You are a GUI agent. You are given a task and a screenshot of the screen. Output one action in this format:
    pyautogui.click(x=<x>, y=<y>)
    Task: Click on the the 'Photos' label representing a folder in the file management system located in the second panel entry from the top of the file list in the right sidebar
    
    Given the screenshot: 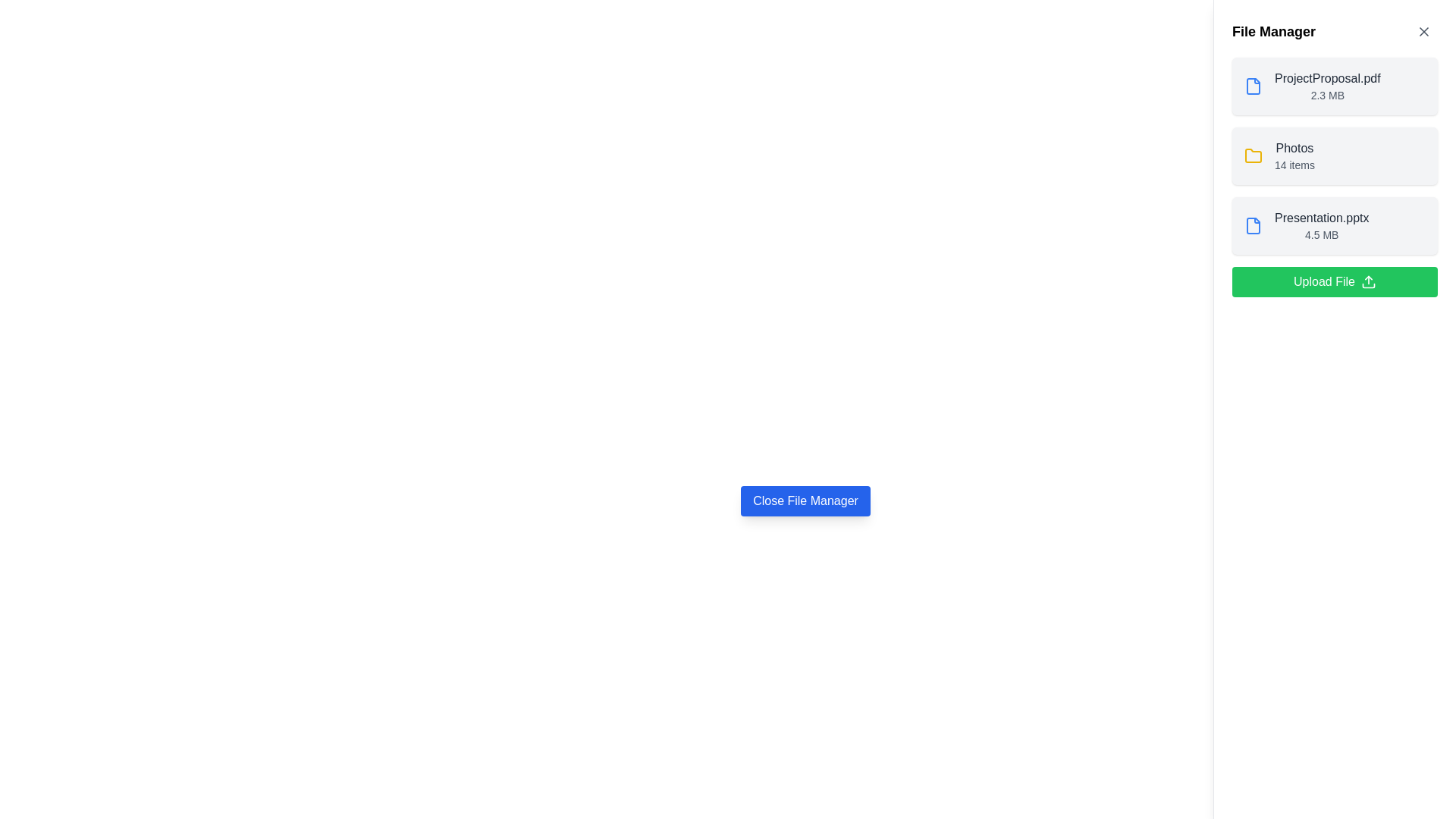 What is the action you would take?
    pyautogui.click(x=1294, y=149)
    